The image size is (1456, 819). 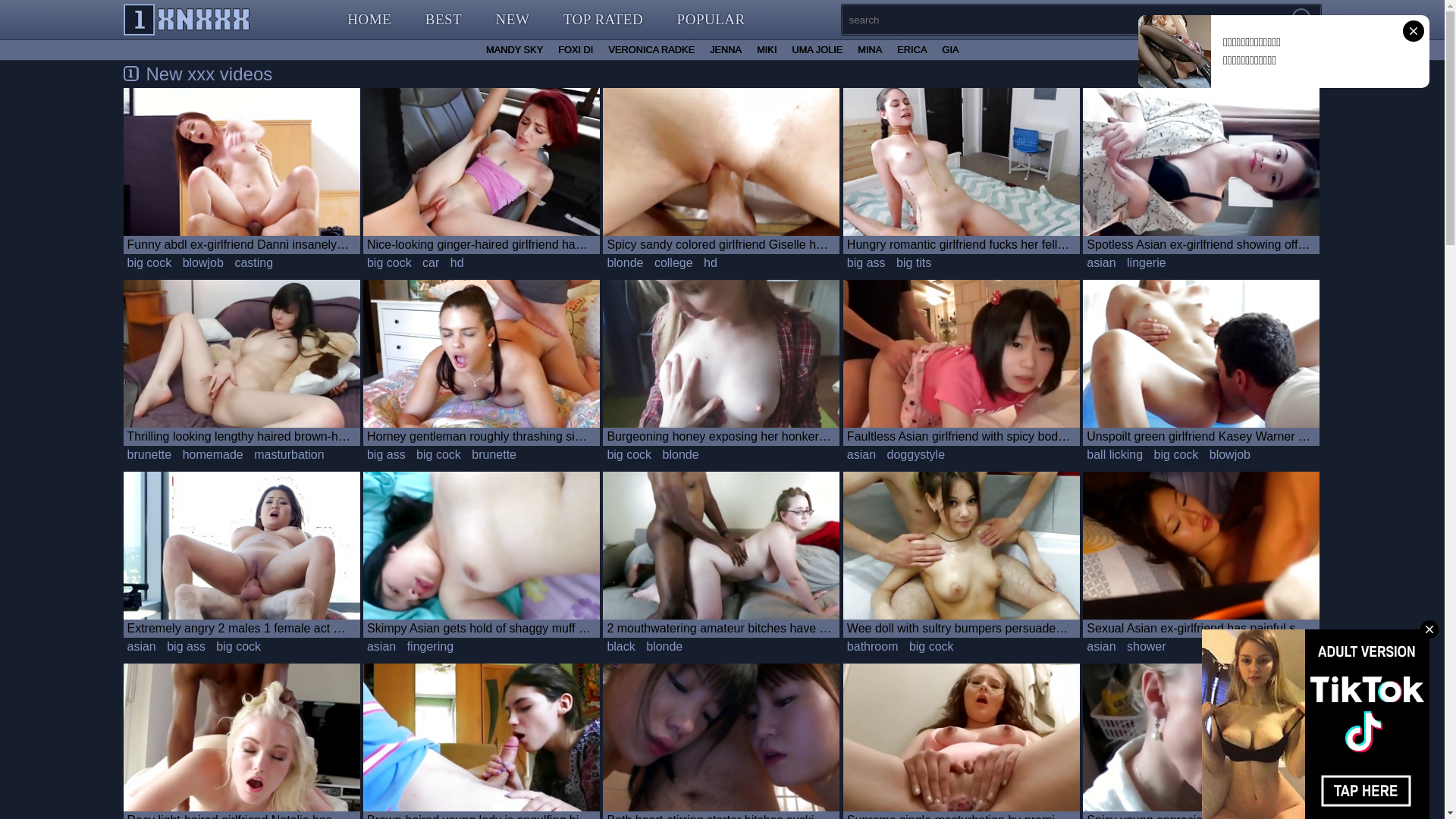 What do you see at coordinates (960, 171) in the screenshot?
I see `'Hungry romantic girlfriend fucks her fellow hd'` at bounding box center [960, 171].